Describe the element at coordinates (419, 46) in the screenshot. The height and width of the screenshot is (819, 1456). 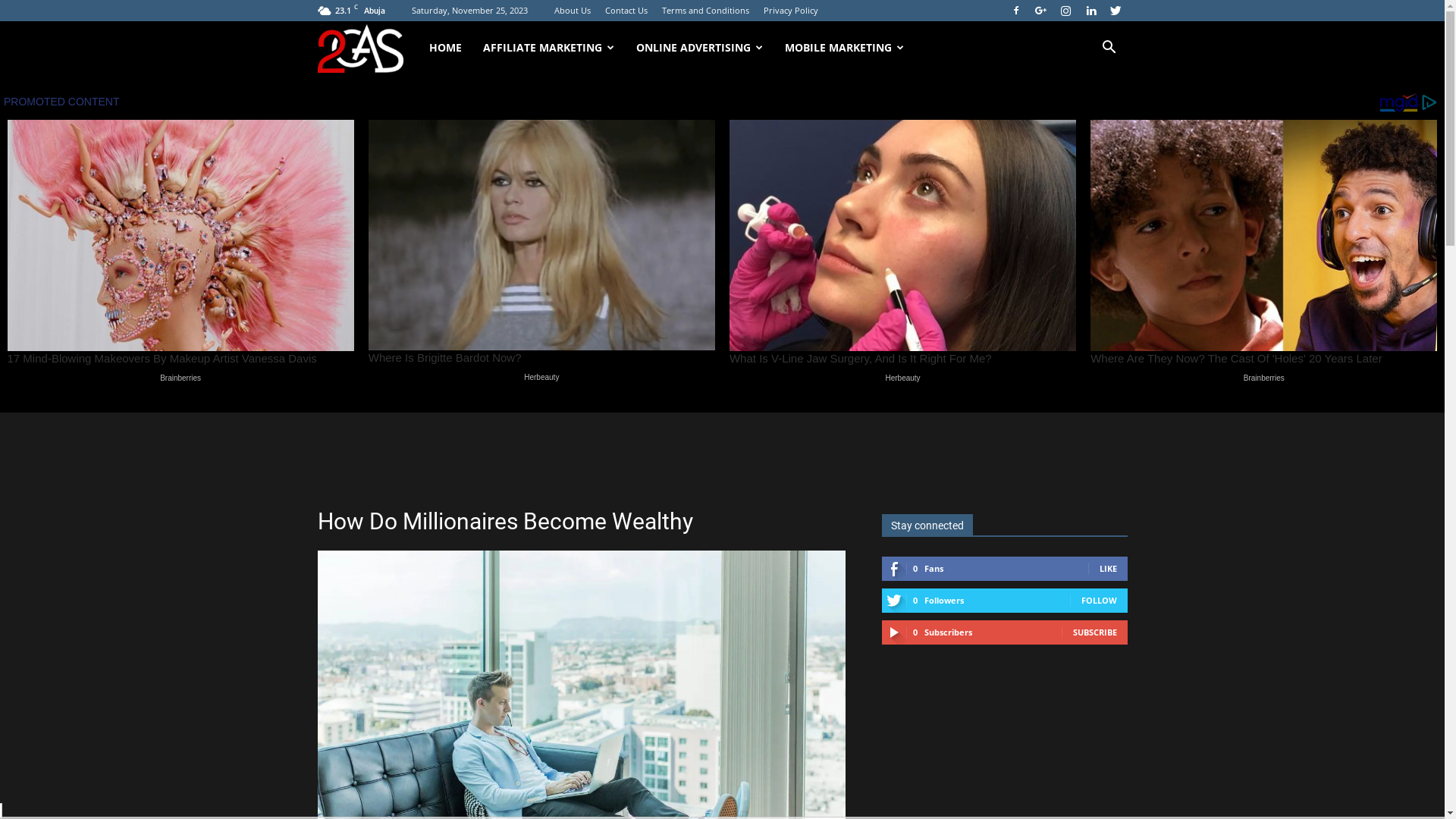
I see `'HOME'` at that location.